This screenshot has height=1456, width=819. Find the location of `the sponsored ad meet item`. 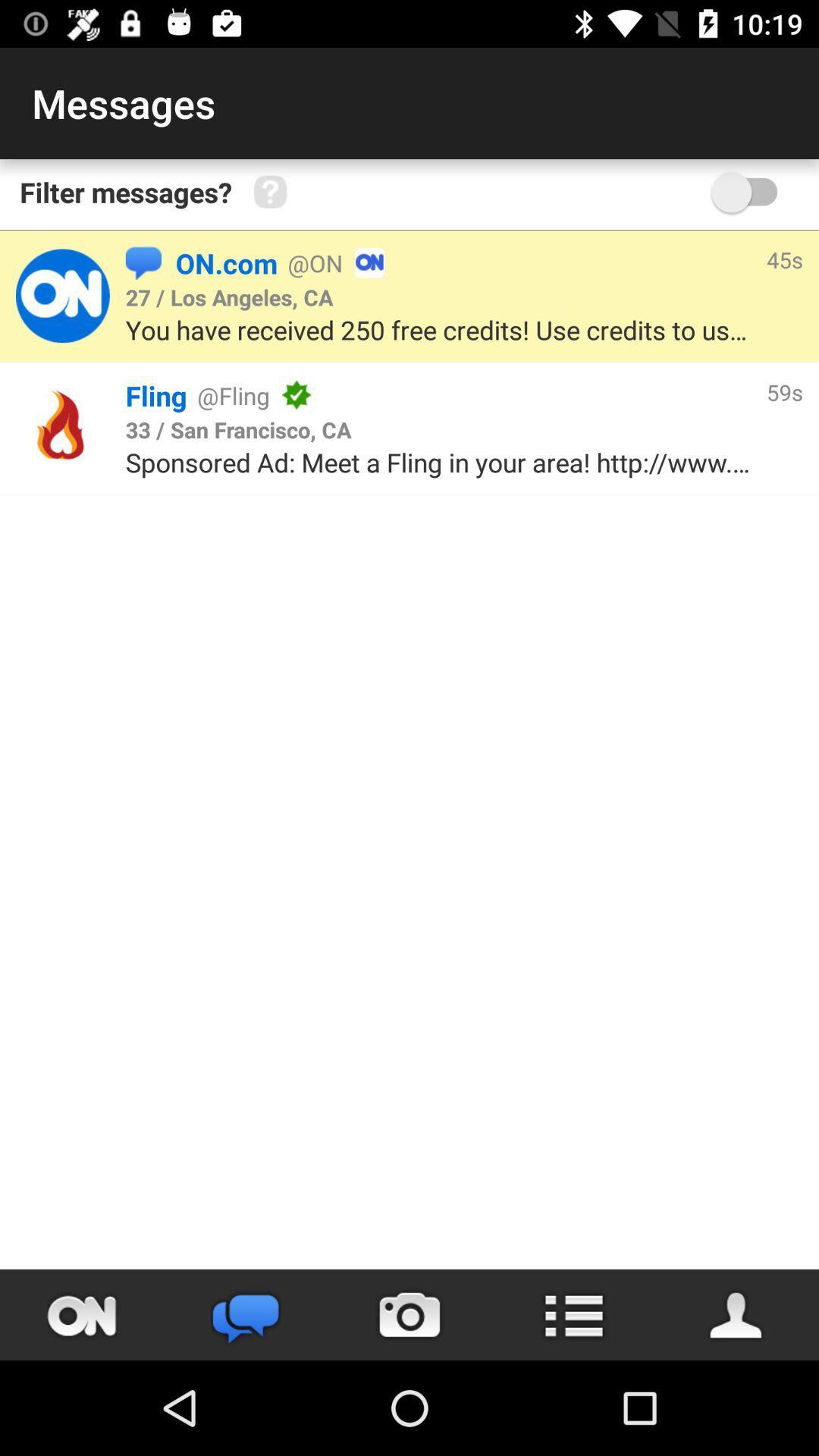

the sponsored ad meet item is located at coordinates (438, 461).